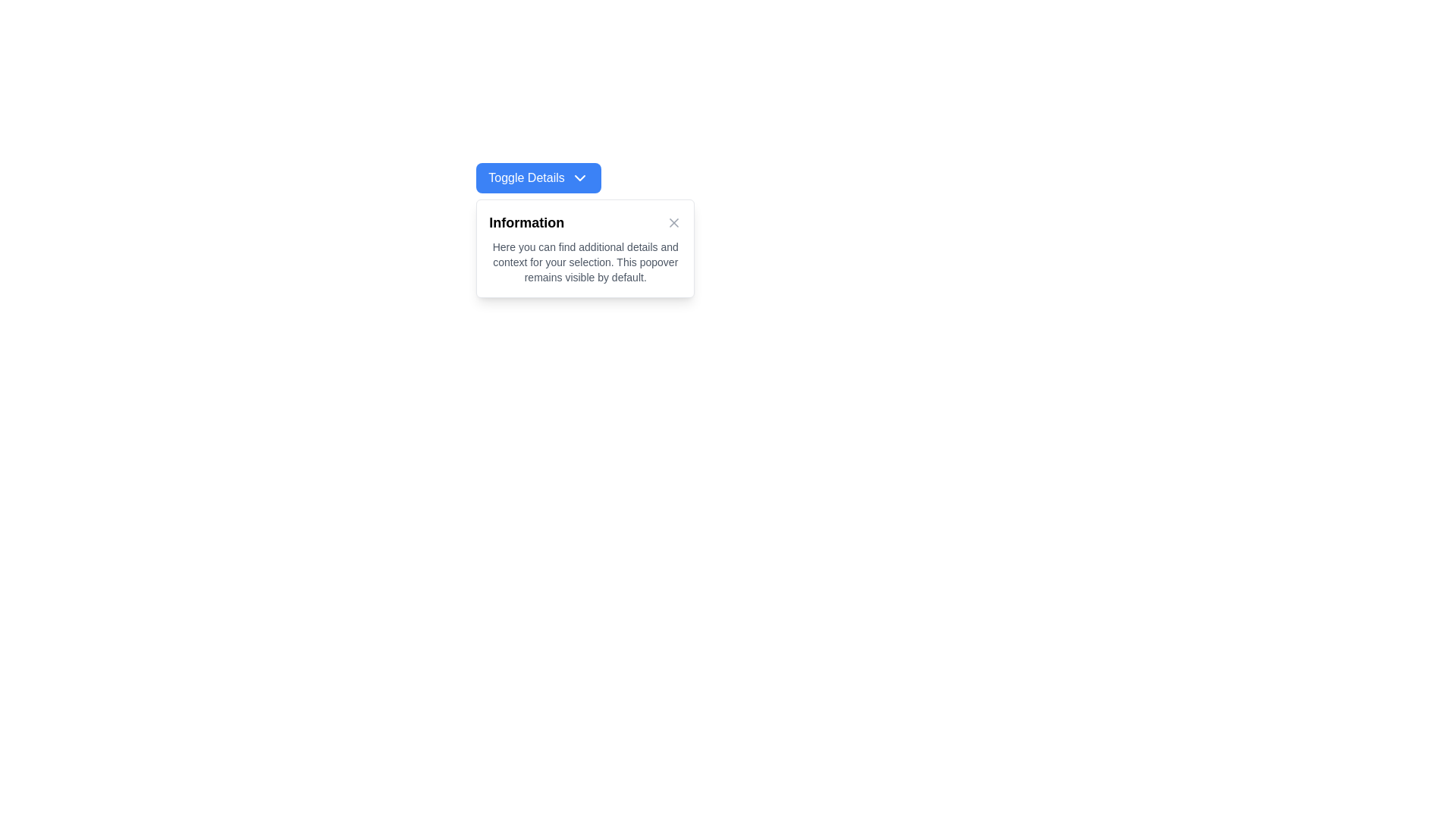 This screenshot has width=1456, height=819. Describe the element at coordinates (538, 177) in the screenshot. I see `the blue button labeled 'Toggle Details'` at that location.